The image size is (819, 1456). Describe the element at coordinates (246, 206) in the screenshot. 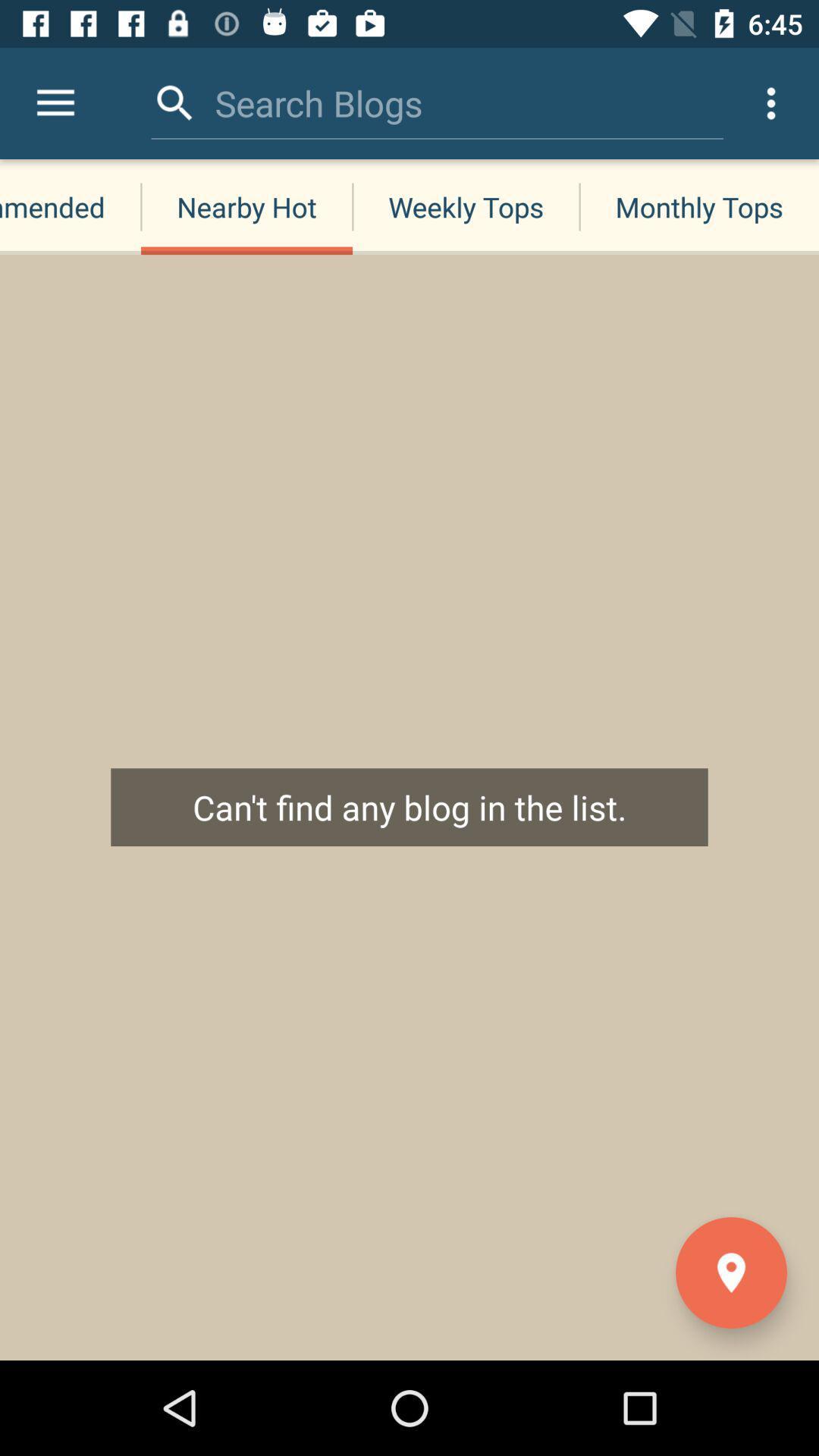

I see `item below search blogs item` at that location.